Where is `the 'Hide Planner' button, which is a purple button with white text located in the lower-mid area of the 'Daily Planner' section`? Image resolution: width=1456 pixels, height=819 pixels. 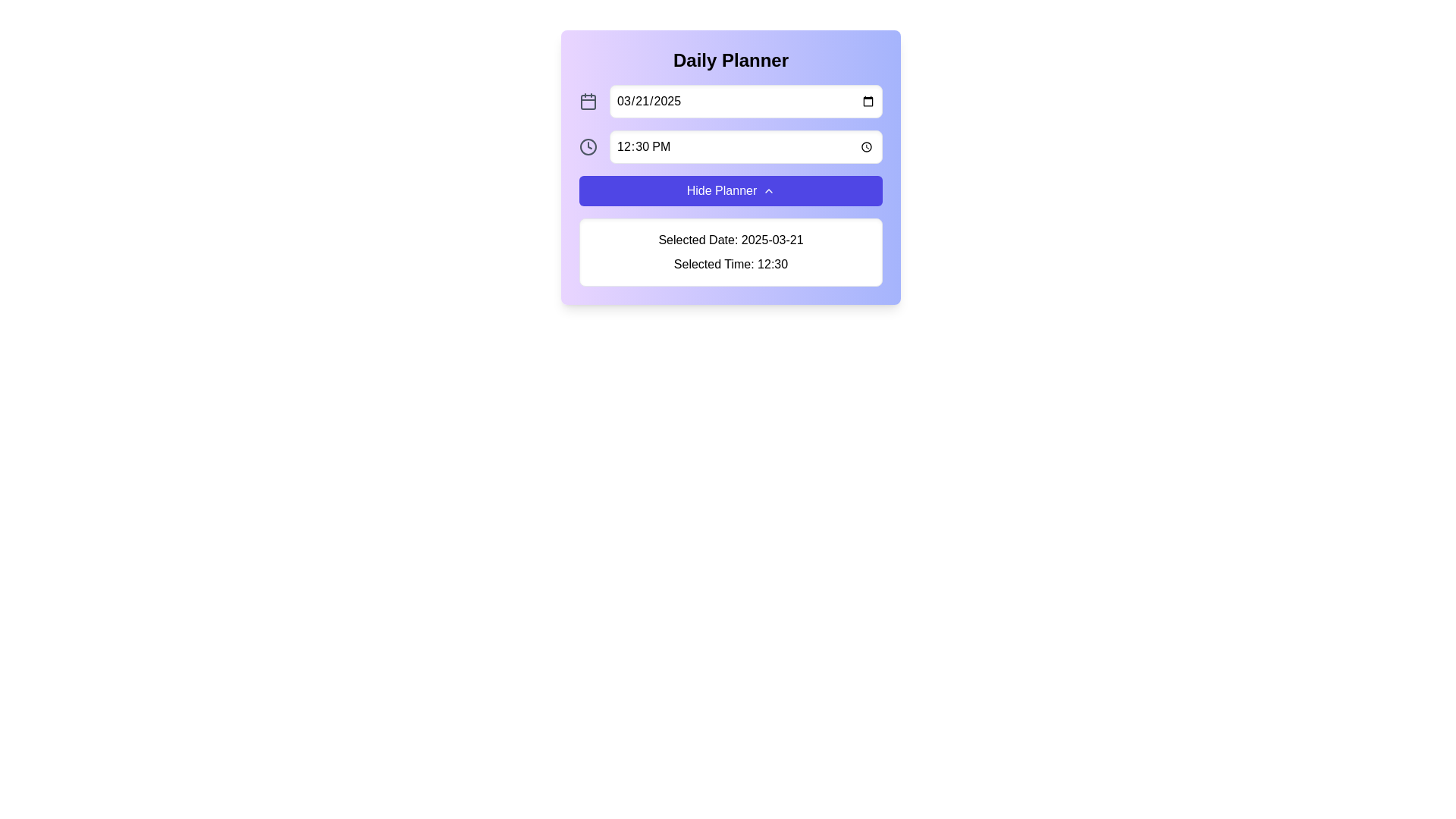 the 'Hide Planner' button, which is a purple button with white text located in the lower-mid area of the 'Daily Planner' section is located at coordinates (731, 185).